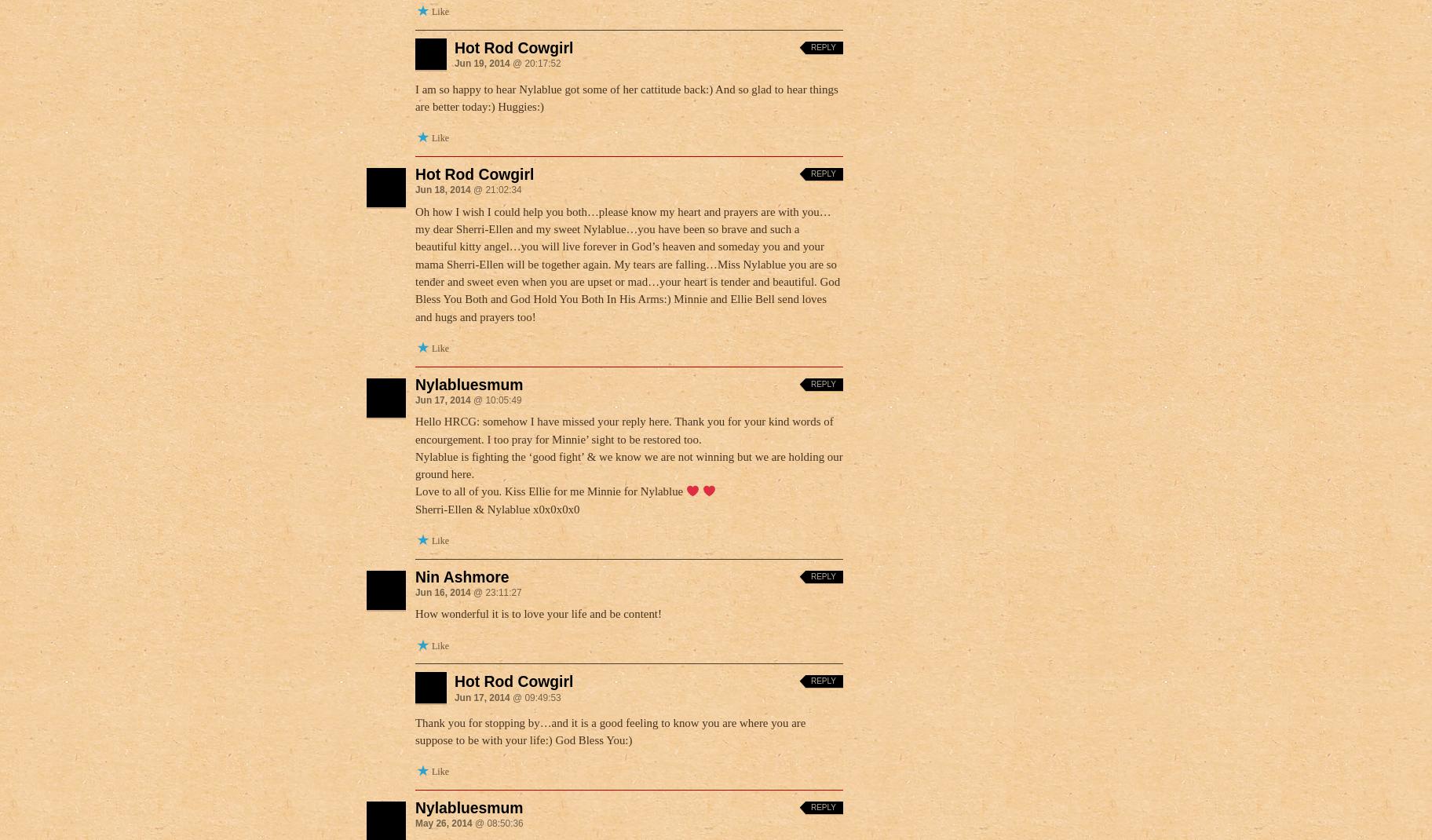 This screenshot has width=1432, height=840. Describe the element at coordinates (414, 575) in the screenshot. I see `'Nin Ashmore'` at that location.